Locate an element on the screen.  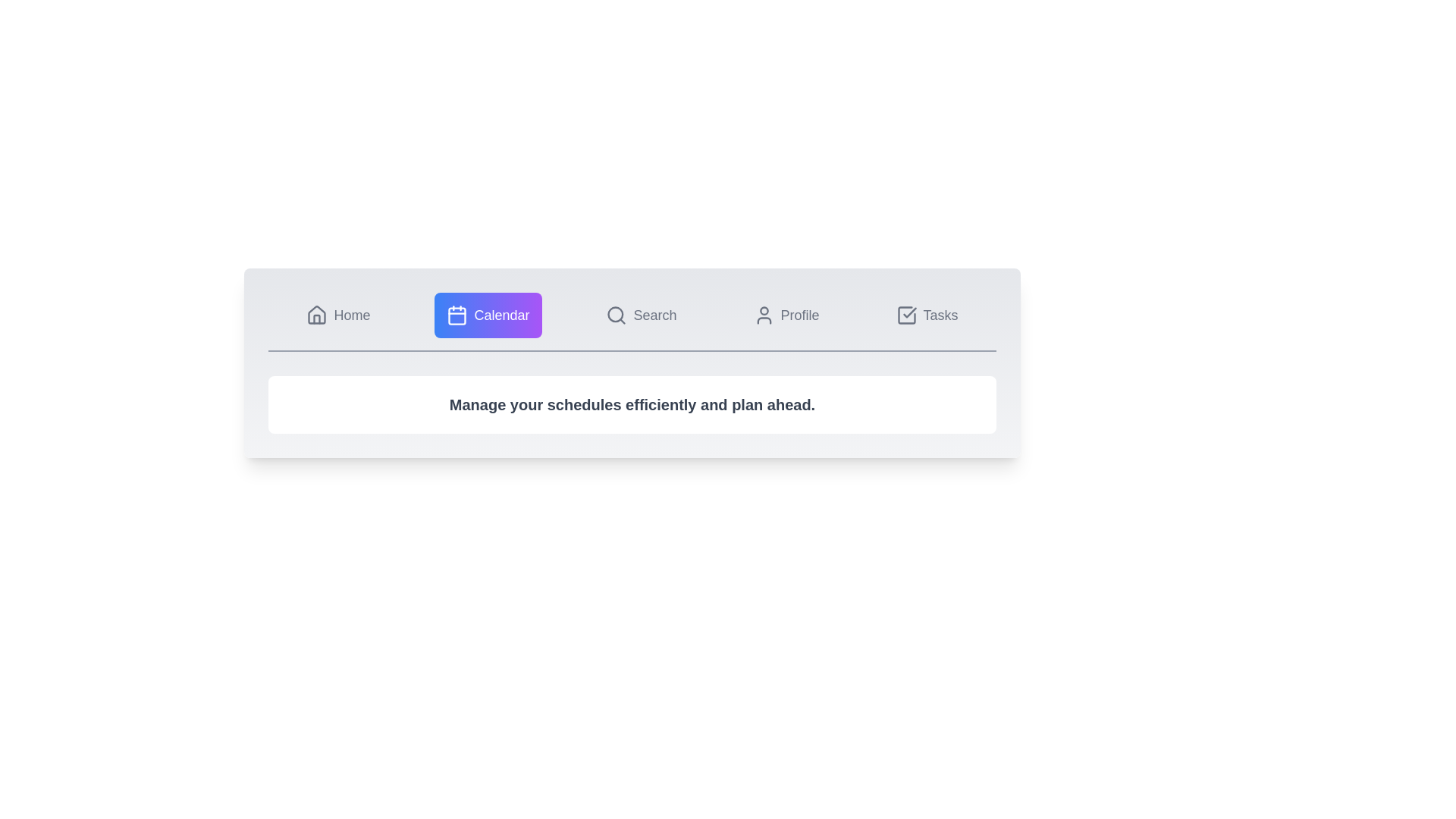
the Tasks tab is located at coordinates (926, 315).